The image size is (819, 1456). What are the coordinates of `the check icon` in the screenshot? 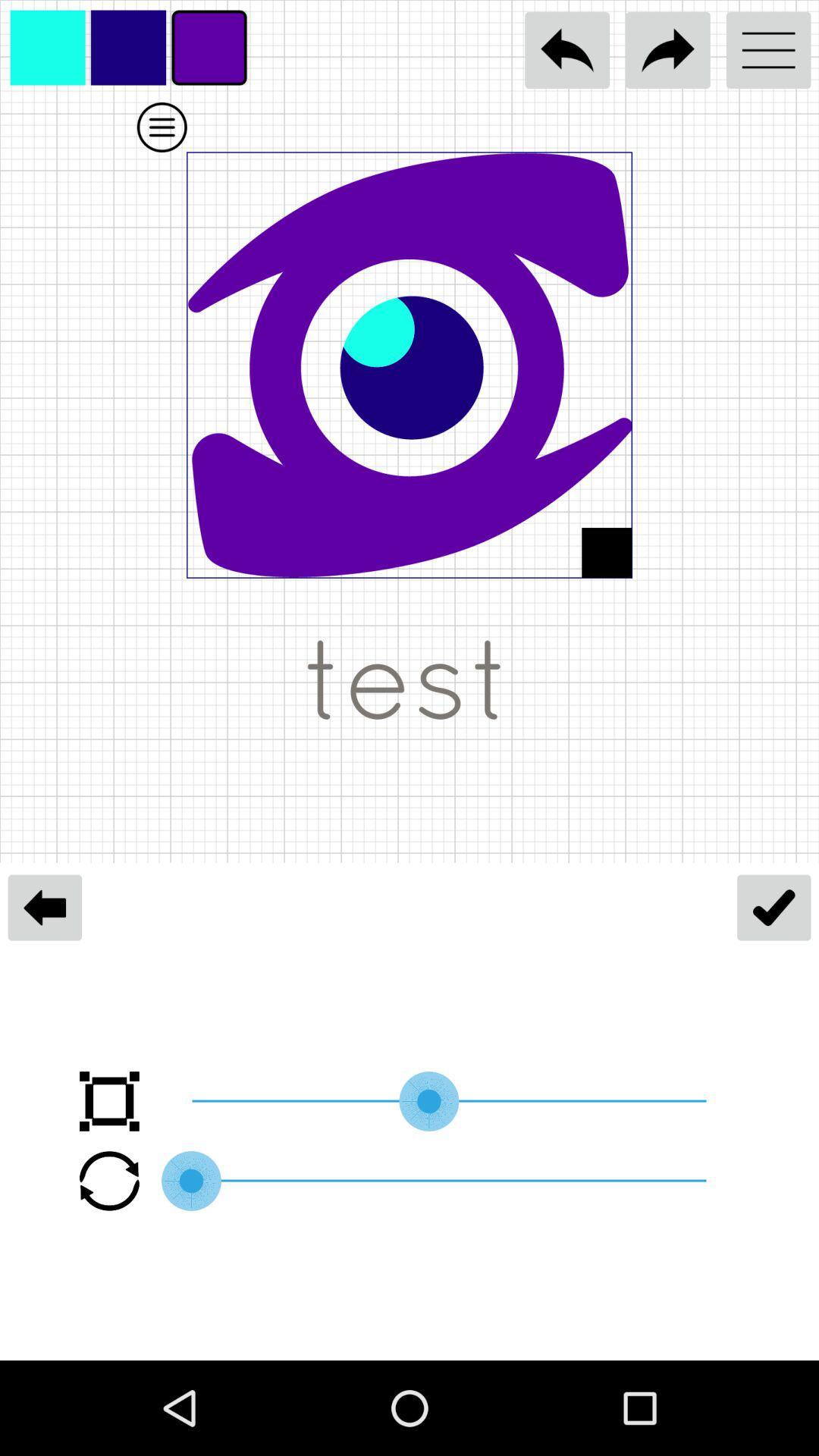 It's located at (773, 907).